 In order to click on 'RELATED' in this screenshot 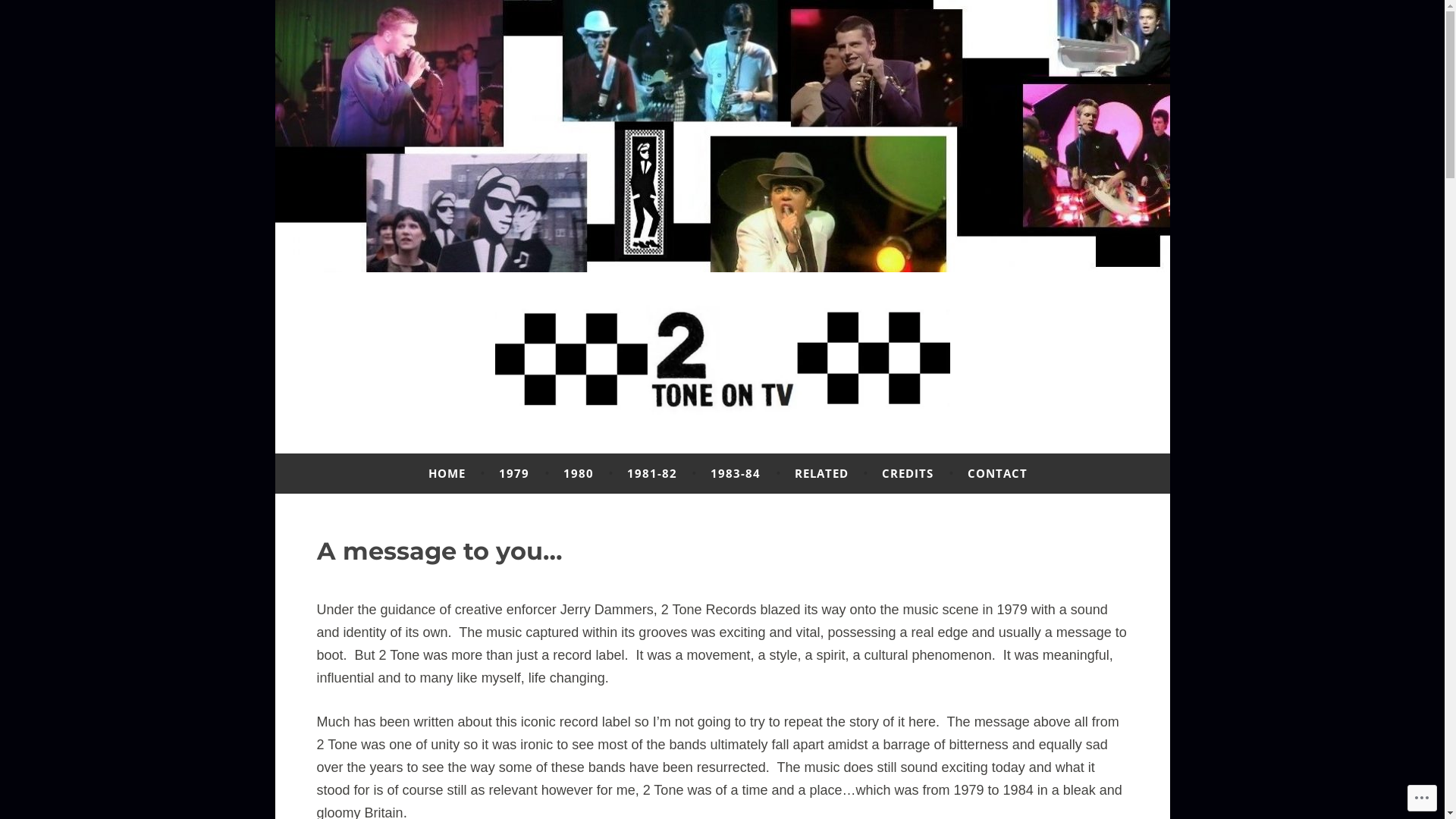, I will do `click(821, 472)`.